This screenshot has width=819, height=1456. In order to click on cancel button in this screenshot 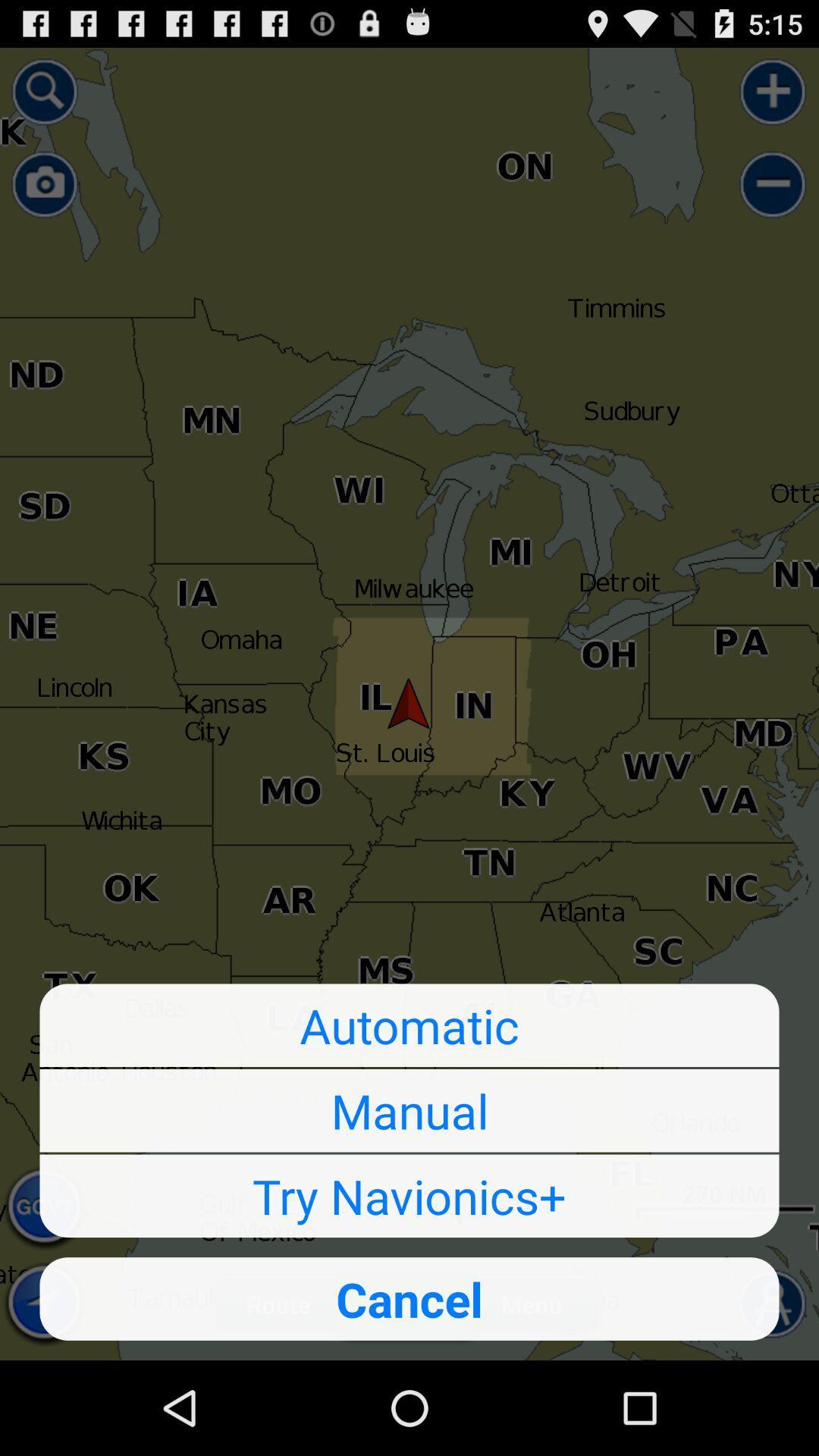, I will do `click(409, 1298)`.